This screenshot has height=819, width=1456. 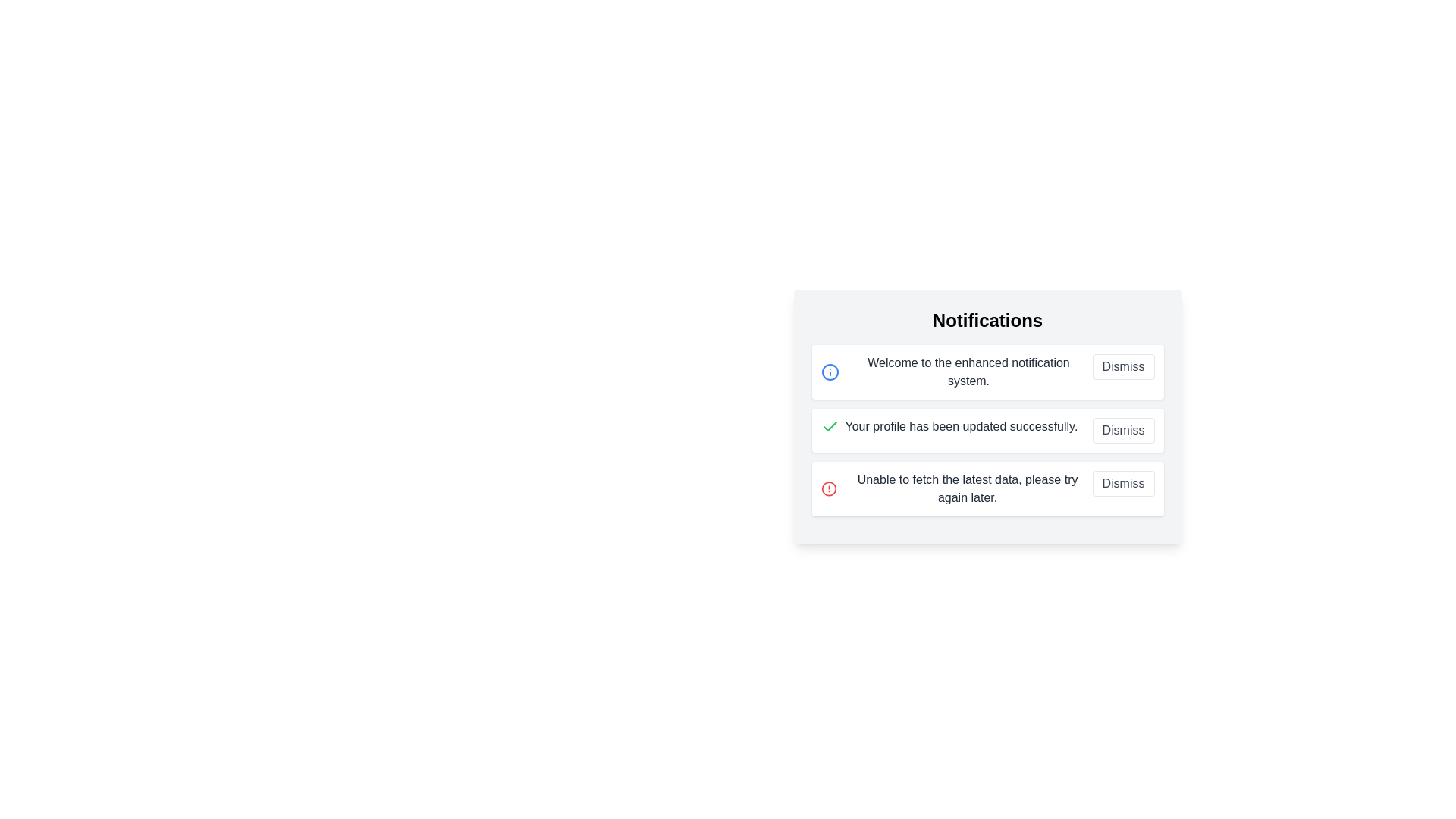 What do you see at coordinates (987, 320) in the screenshot?
I see `heading text of the notification panel, which is the topmost Text element located centrally at the top of the panel` at bounding box center [987, 320].